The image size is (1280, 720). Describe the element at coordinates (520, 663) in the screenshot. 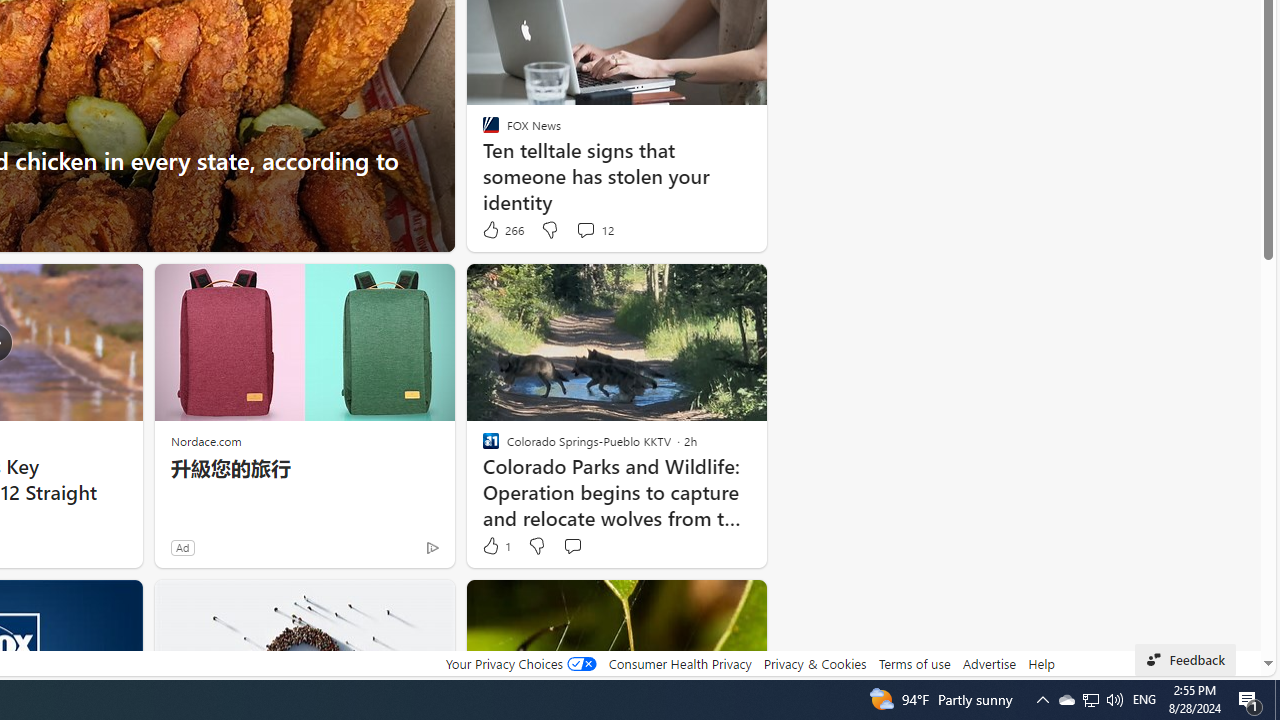

I see `'Your Privacy Choices'` at that location.